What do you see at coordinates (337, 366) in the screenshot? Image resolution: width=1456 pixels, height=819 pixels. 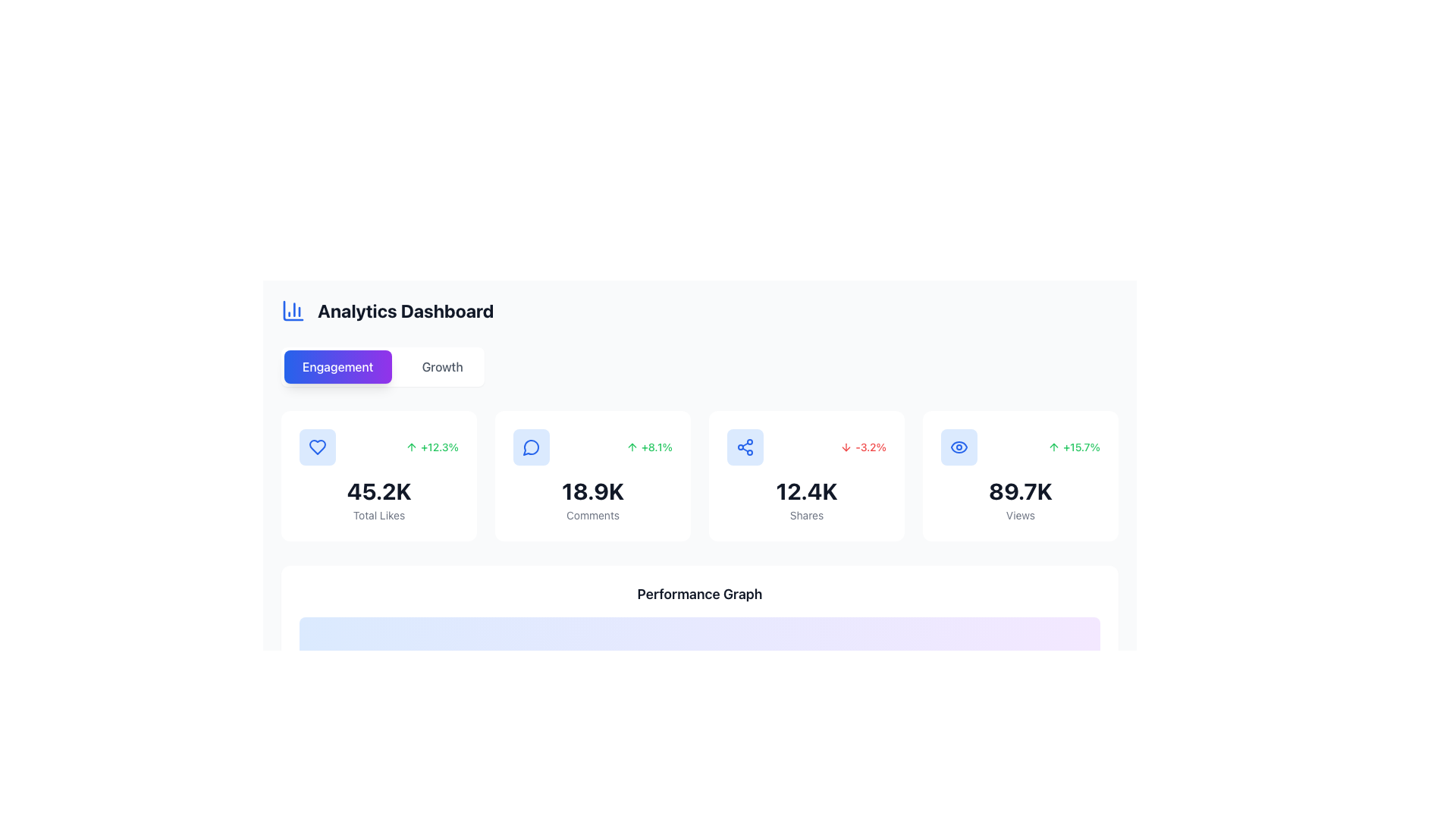 I see `the 'Engagement' button, which is a rounded button with a gradient background from blue to purple and white bold text` at bounding box center [337, 366].